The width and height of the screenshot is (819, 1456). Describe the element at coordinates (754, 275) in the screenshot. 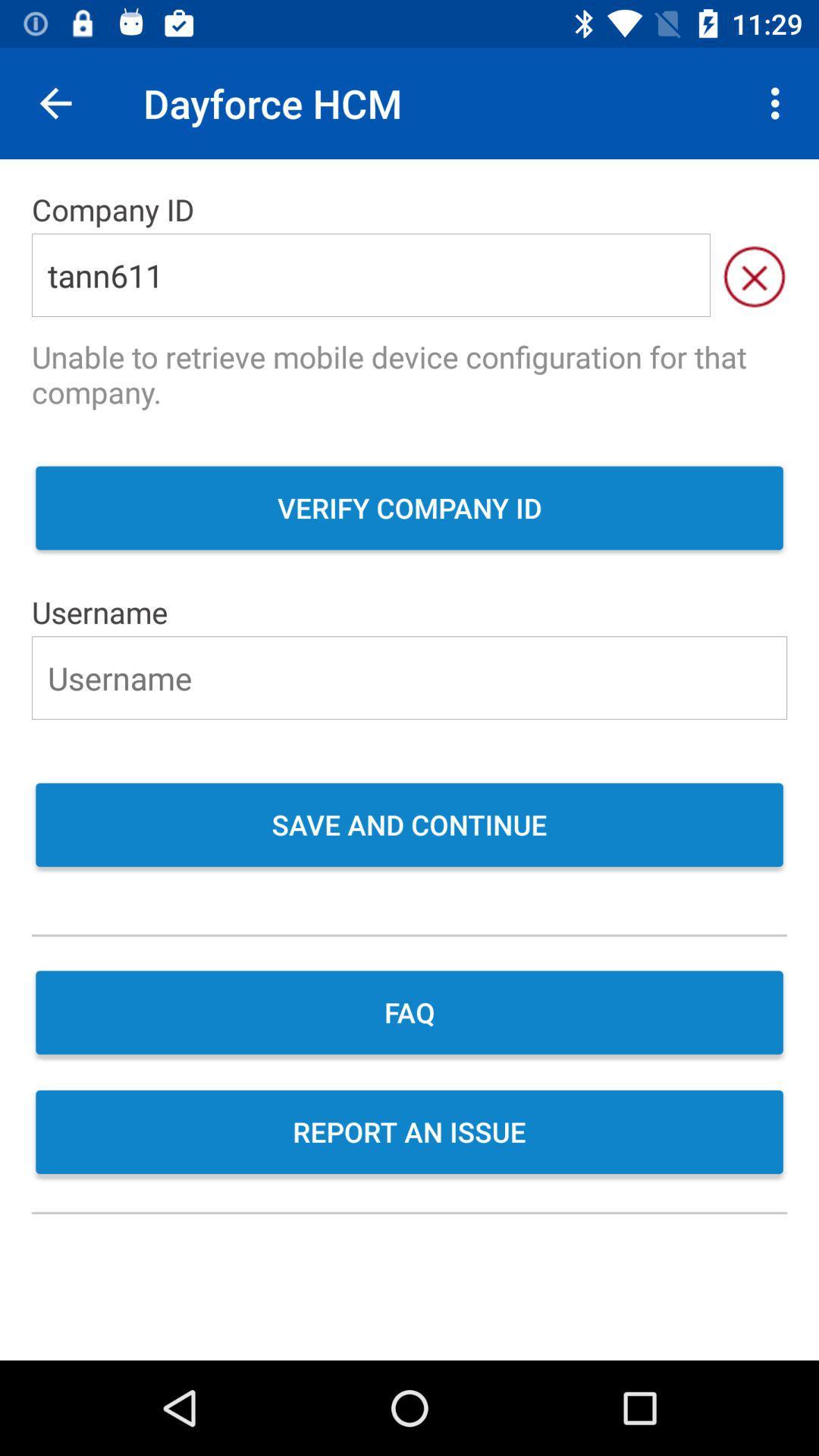

I see `the item next to tann611` at that location.